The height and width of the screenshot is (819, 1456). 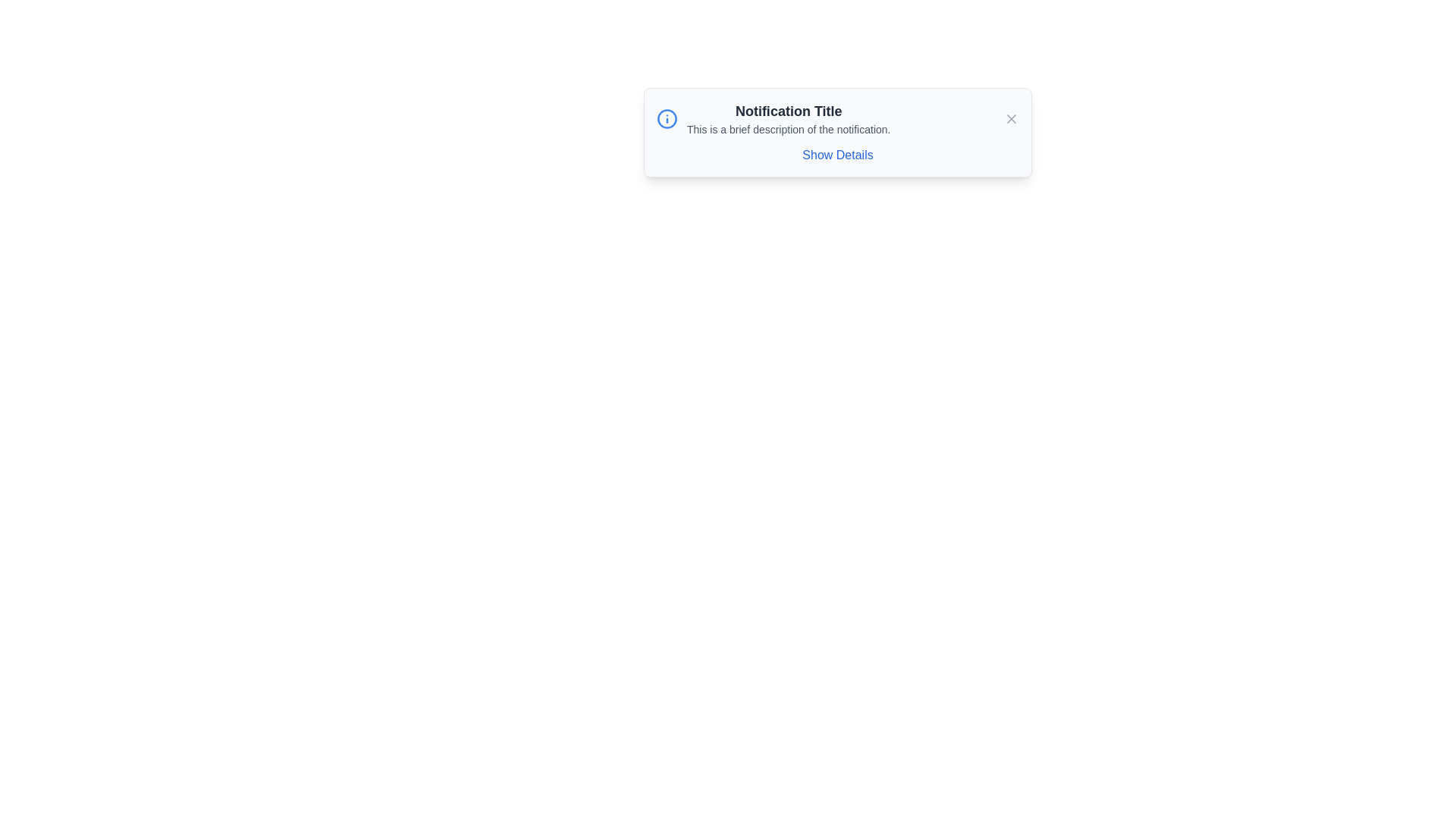 What do you see at coordinates (789, 118) in the screenshot?
I see `content displayed in the text-based label that shows the title 'Notification Title' and the description 'This is a brief description of the notification.'` at bounding box center [789, 118].